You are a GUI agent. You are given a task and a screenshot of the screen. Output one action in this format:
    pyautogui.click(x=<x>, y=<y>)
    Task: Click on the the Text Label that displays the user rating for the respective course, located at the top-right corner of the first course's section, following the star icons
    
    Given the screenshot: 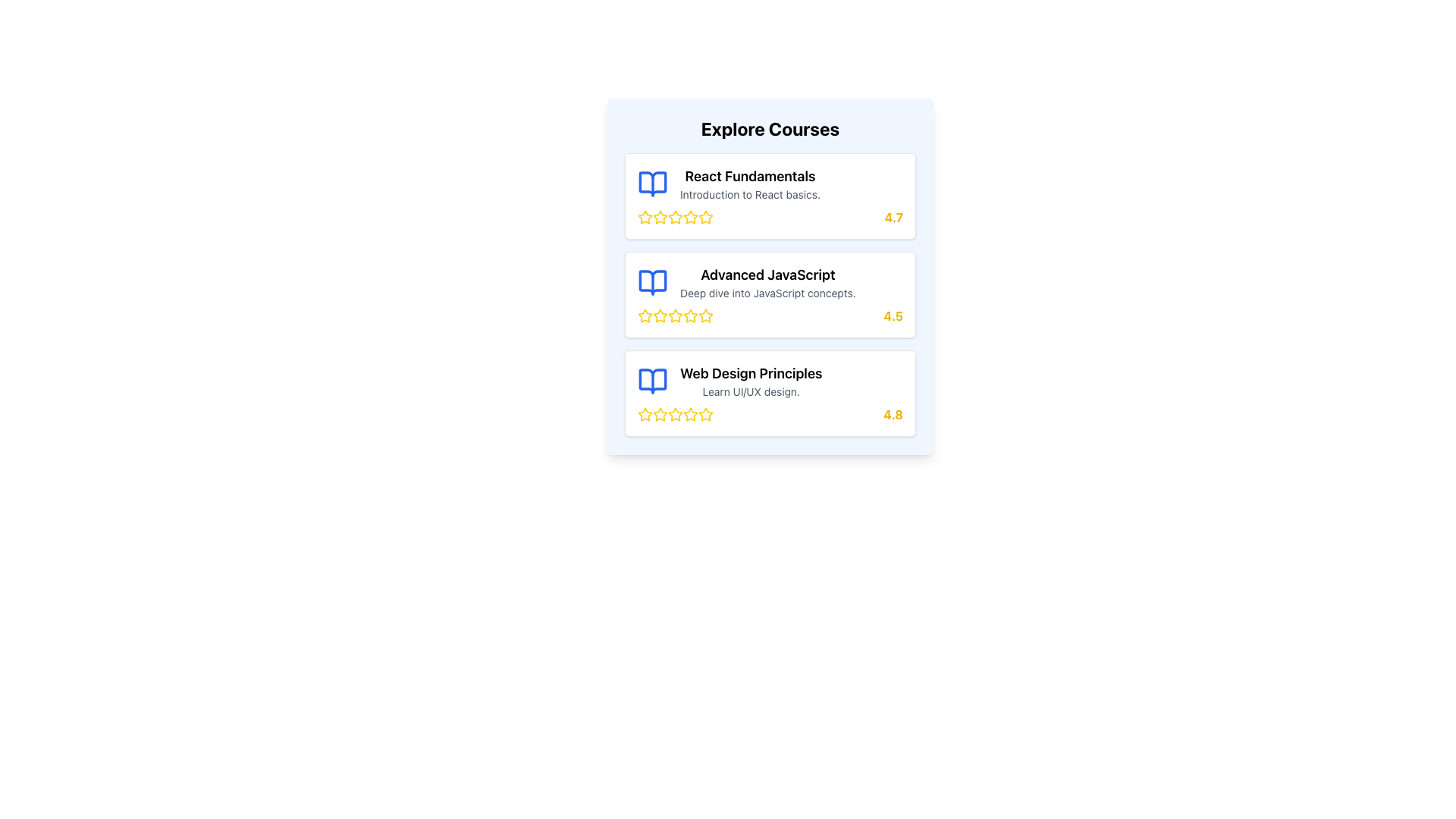 What is the action you would take?
    pyautogui.click(x=893, y=217)
    